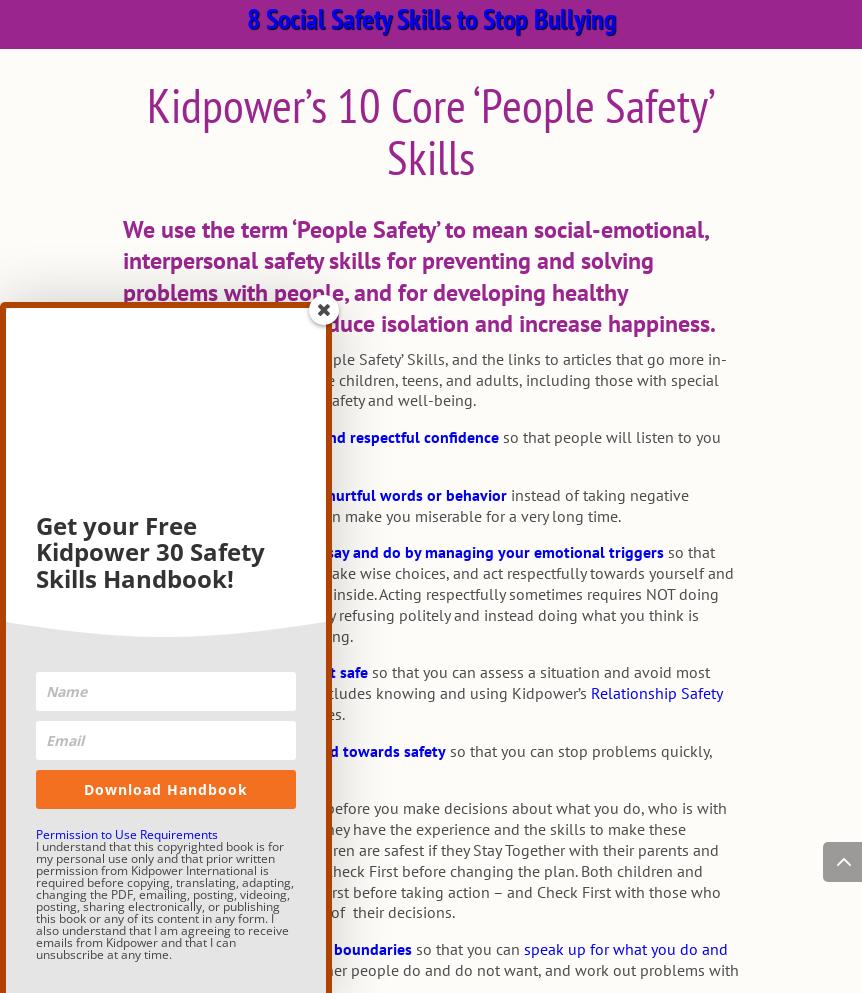 The width and height of the screenshot is (862, 993). Describe the element at coordinates (158, 712) in the screenshot. I see `'Rules and'` at that location.